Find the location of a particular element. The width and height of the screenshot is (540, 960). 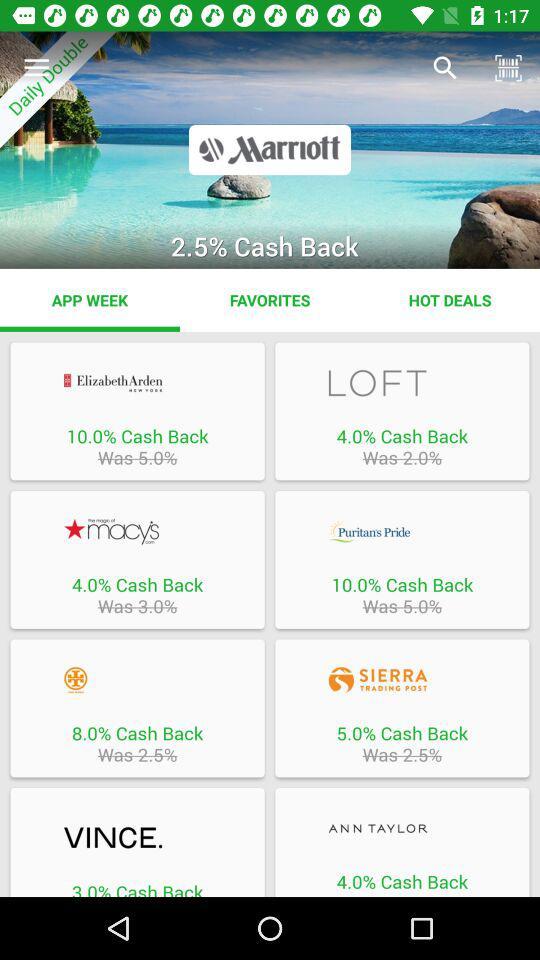

website is located at coordinates (402, 530).